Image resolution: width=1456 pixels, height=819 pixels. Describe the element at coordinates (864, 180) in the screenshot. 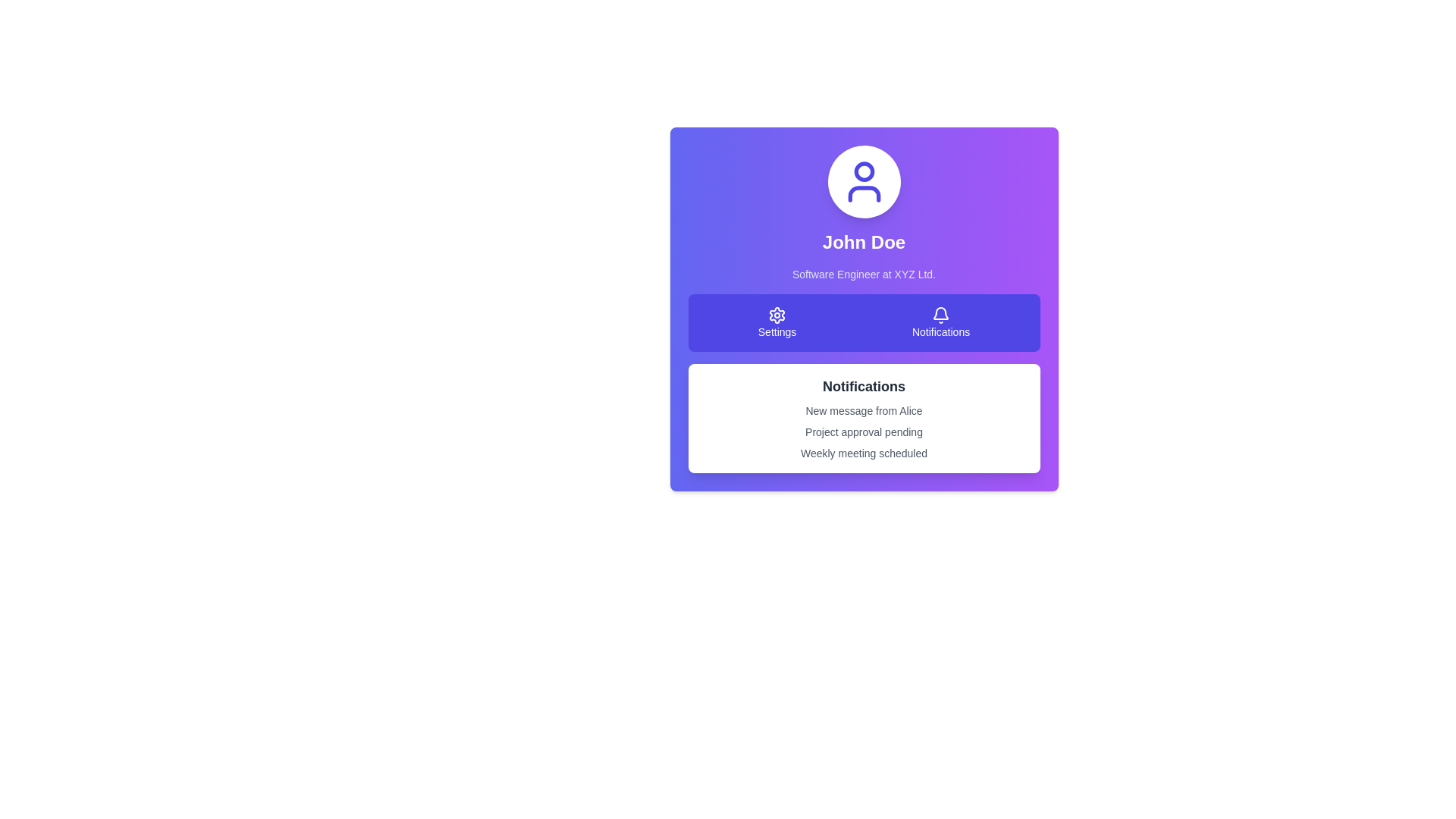

I see `the circular user icon with a white background and a blue human figure, located at the top-center of the profile card above the text 'John Doe' and 'Software Engineer at XYZ Ltd.'` at that location.